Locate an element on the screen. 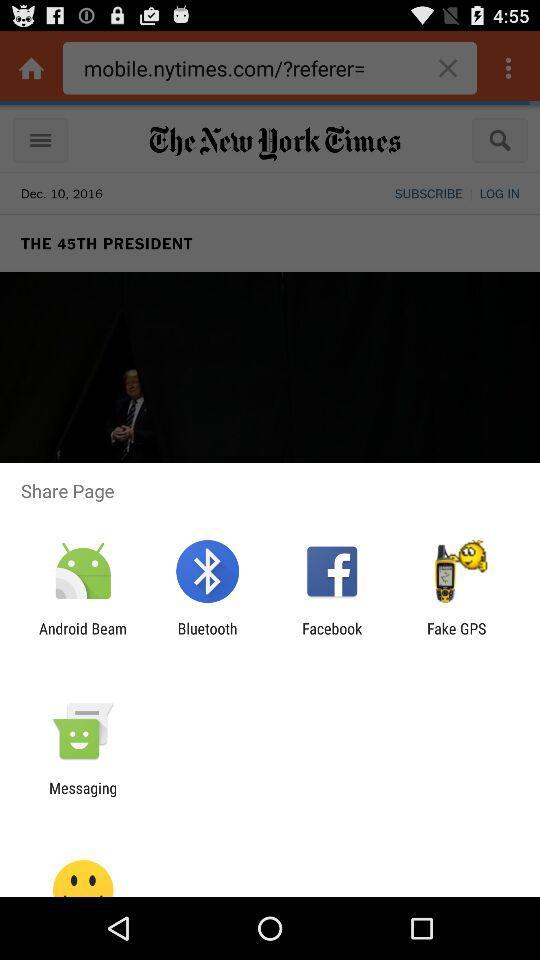  the android beam icon is located at coordinates (82, 636).